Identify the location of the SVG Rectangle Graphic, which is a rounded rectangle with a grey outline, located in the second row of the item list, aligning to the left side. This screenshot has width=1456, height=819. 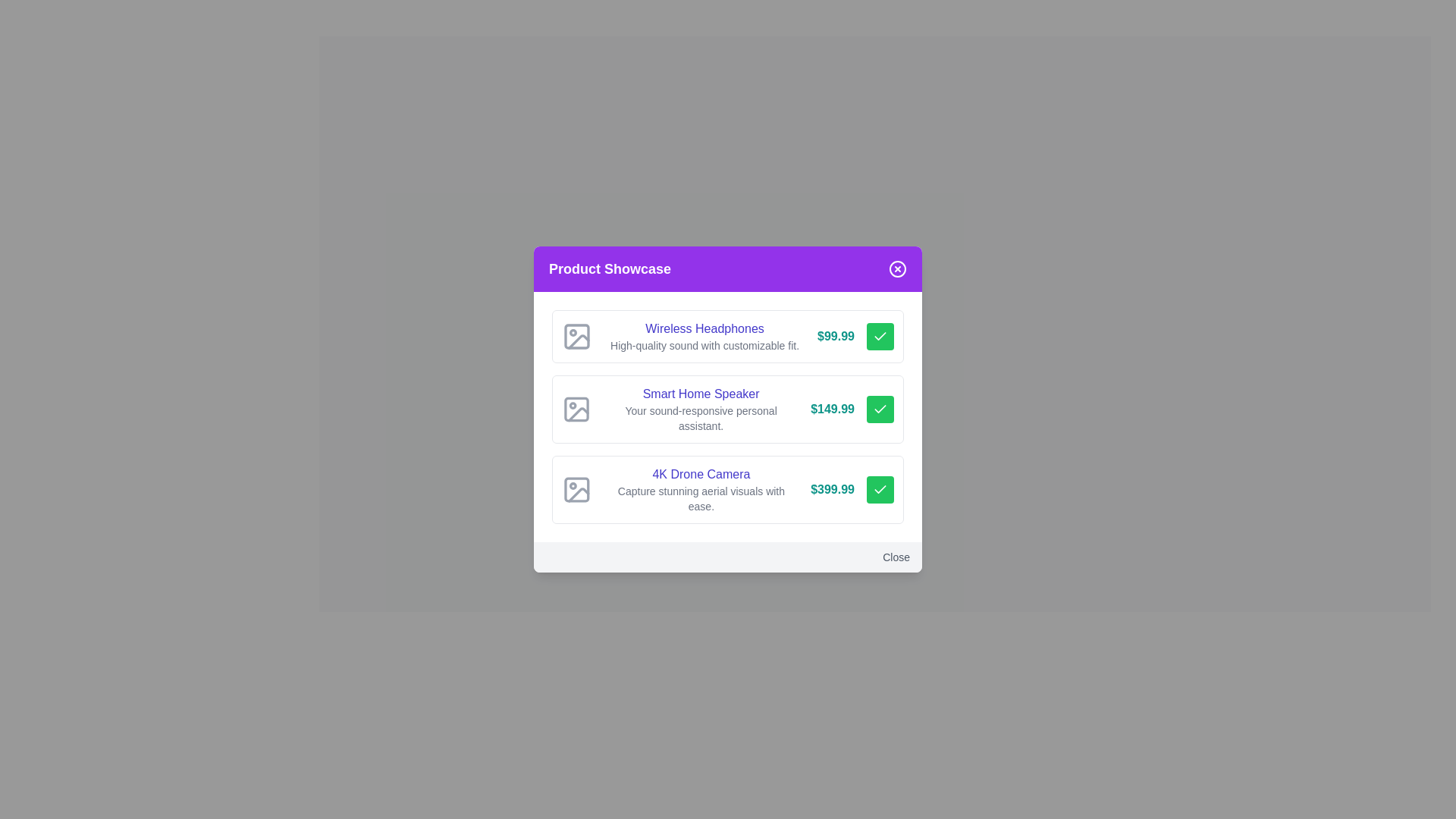
(576, 409).